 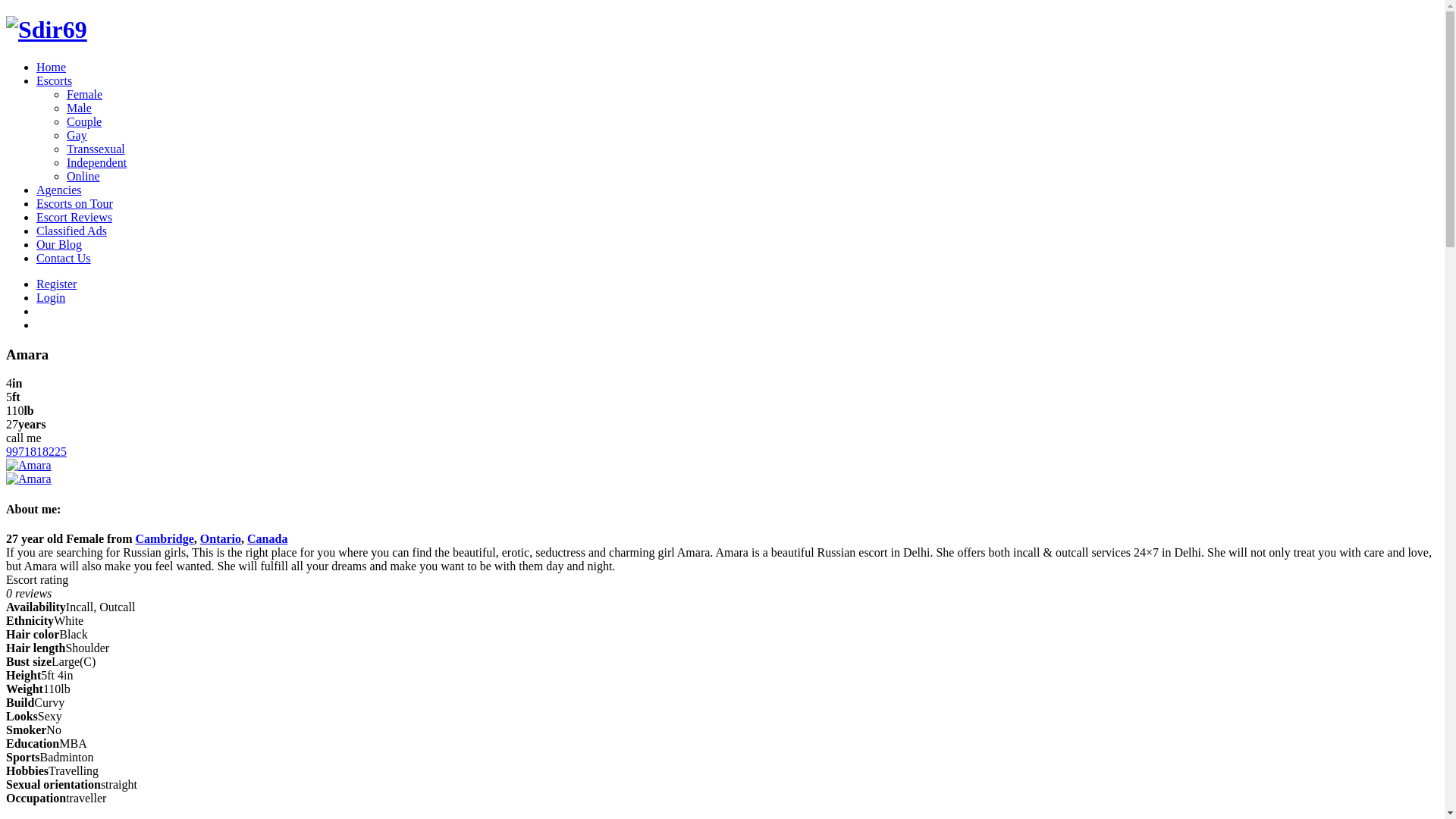 What do you see at coordinates (65, 175) in the screenshot?
I see `'Online'` at bounding box center [65, 175].